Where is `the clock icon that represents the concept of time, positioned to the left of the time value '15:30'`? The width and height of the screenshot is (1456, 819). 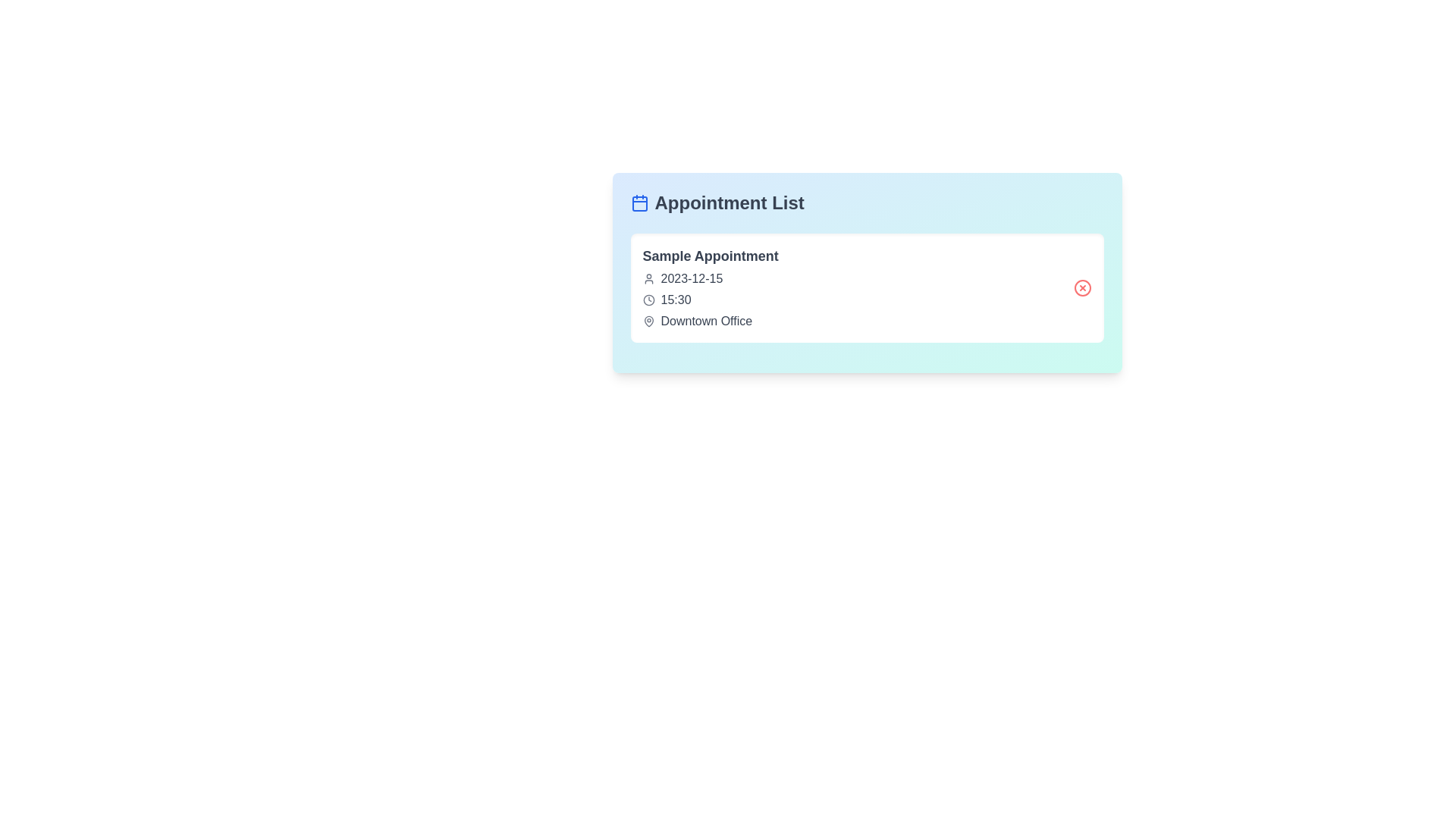
the clock icon that represents the concept of time, positioned to the left of the time value '15:30' is located at coordinates (648, 300).